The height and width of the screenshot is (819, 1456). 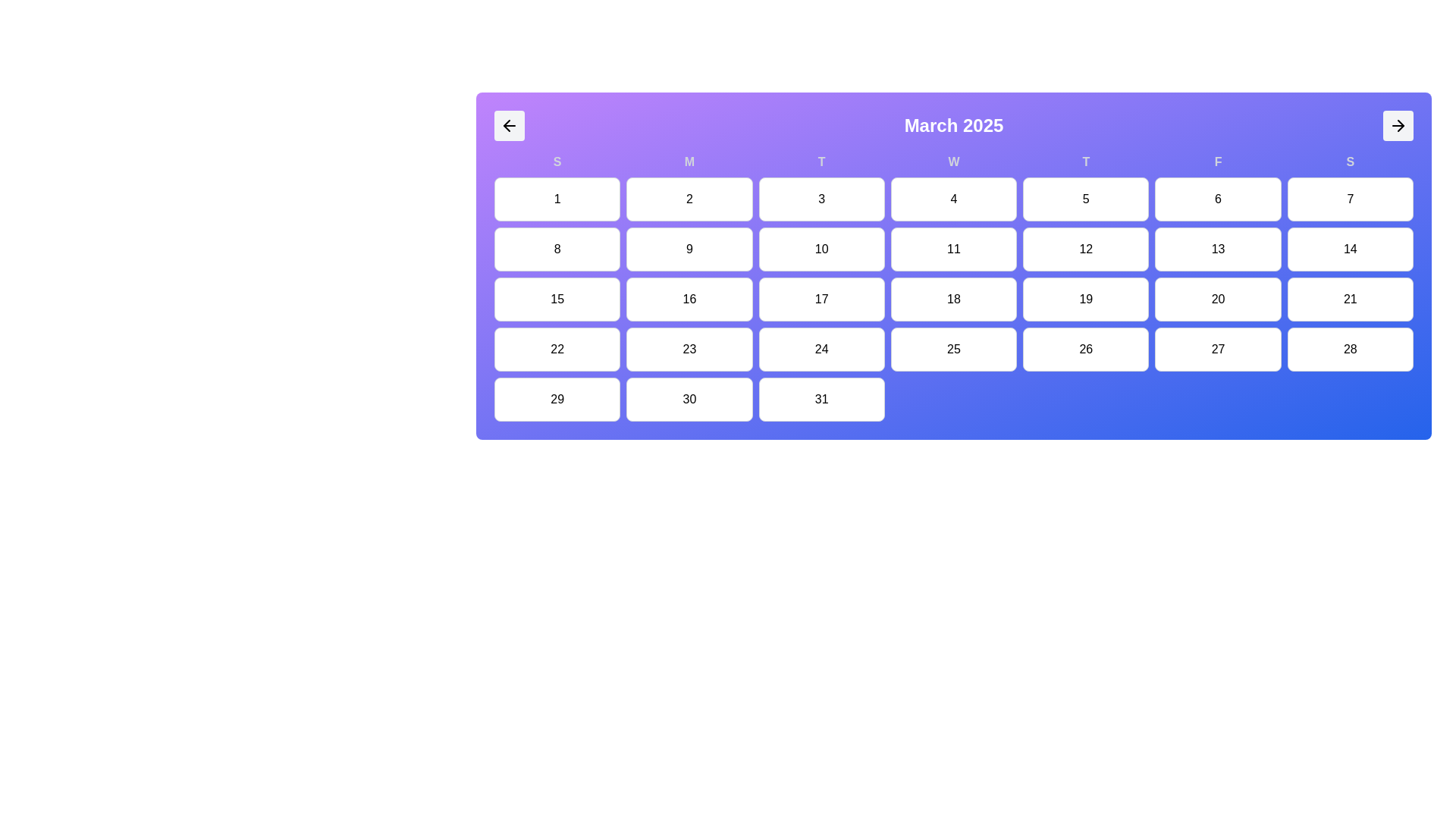 I want to click on the calendar day cell representing the 31st day of the month, located in the bottom row under the Thursday column, so click(x=821, y=399).